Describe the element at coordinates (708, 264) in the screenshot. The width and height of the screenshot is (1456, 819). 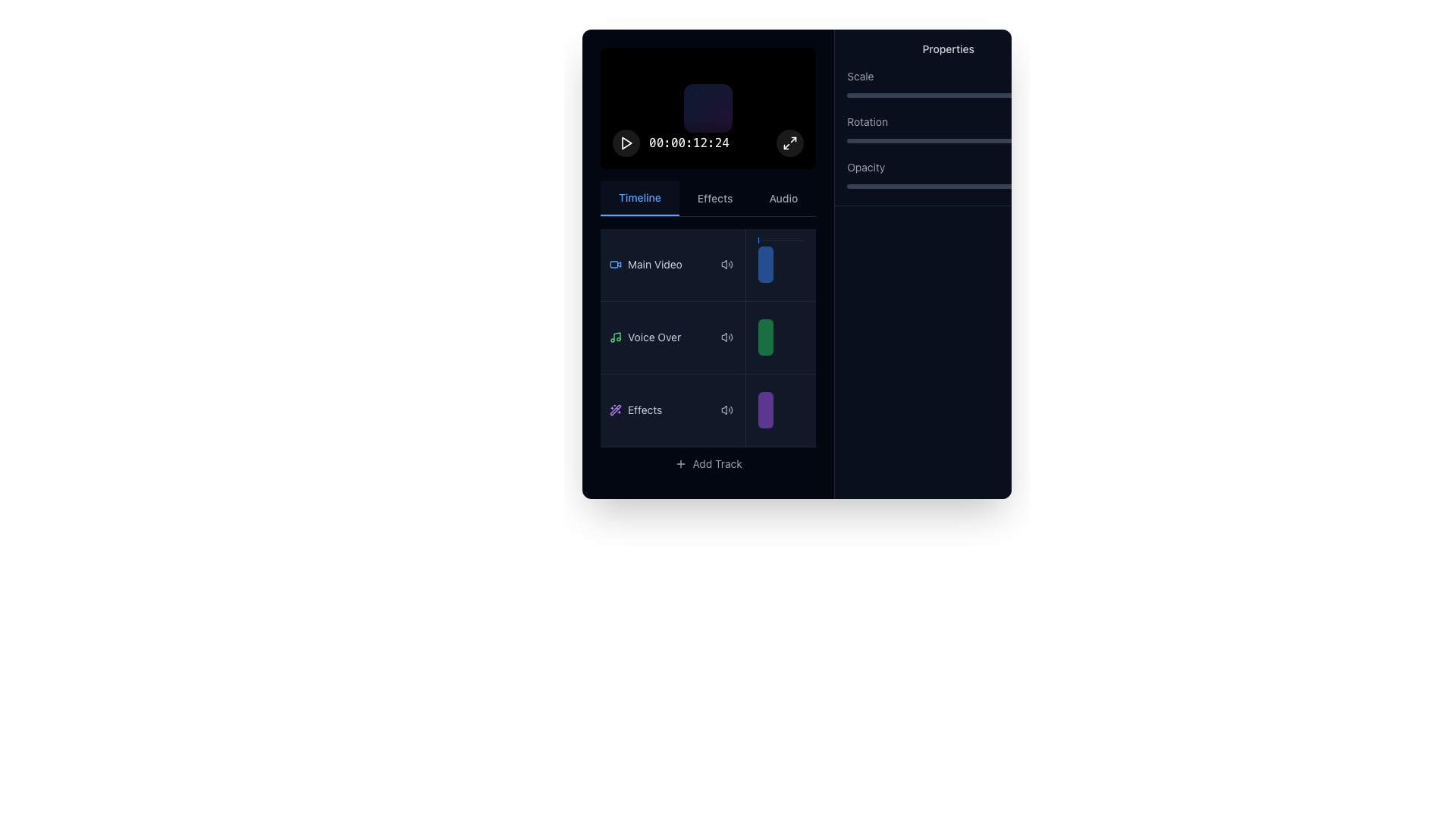
I see `the 'Main Video' structured list item located under the 'Timeline' section` at that location.